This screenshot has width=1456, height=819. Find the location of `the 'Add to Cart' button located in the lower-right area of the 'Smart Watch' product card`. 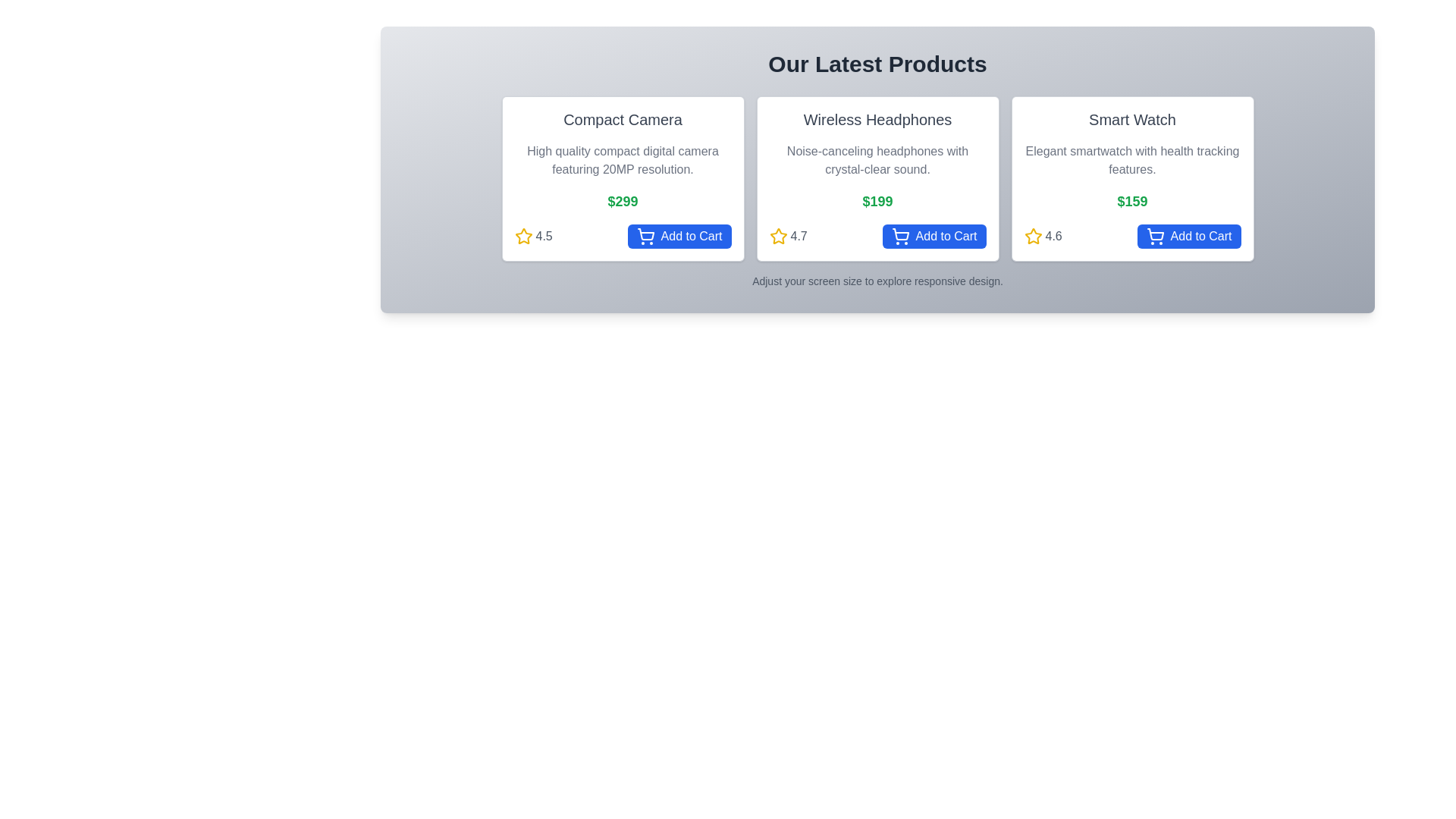

the 'Add to Cart' button located in the lower-right area of the 'Smart Watch' product card is located at coordinates (1188, 237).